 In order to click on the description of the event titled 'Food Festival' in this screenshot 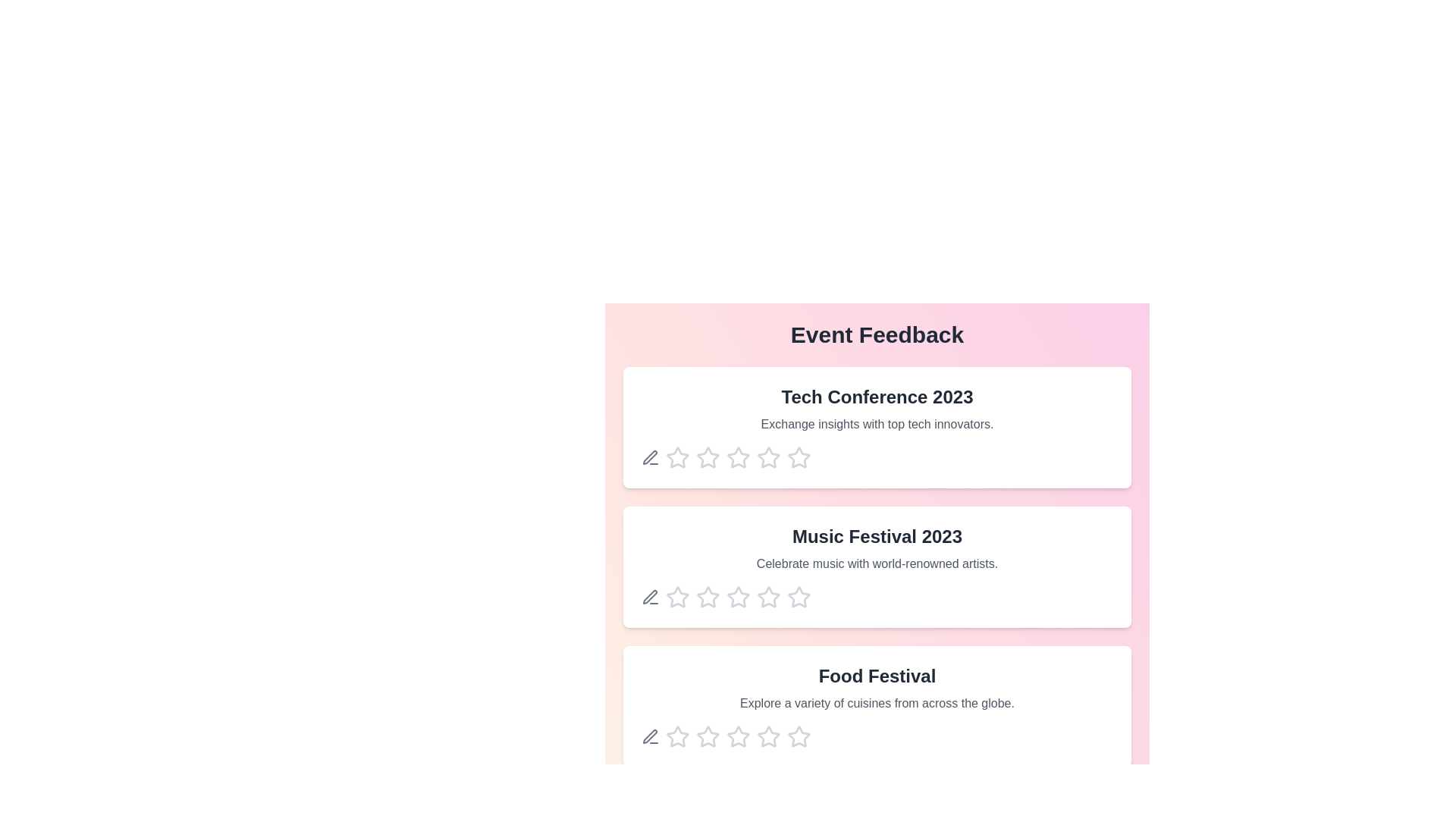, I will do `click(877, 707)`.